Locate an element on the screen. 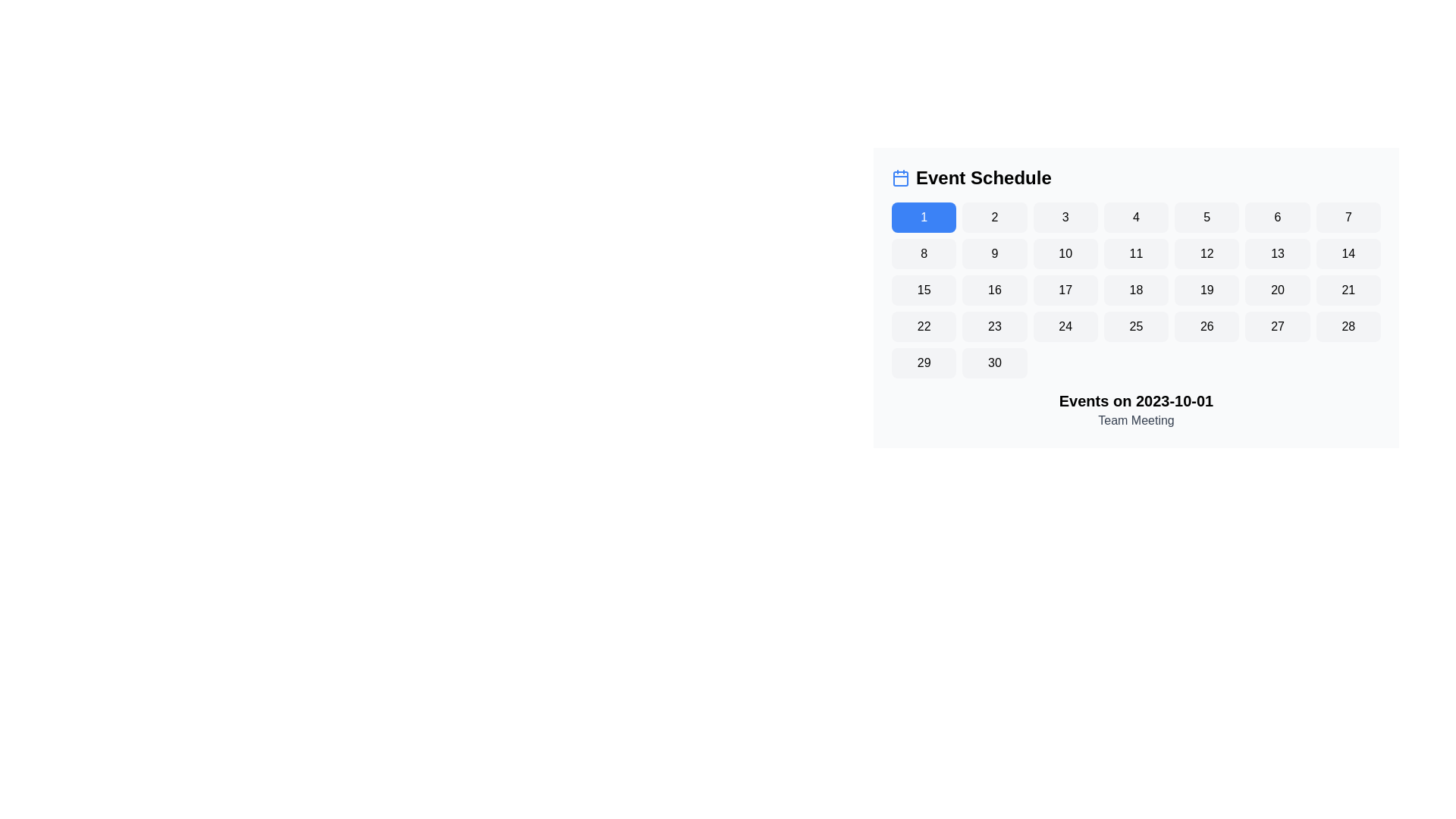 The width and height of the screenshot is (1456, 819). the button representing the date '10' in the calendar view is located at coordinates (1065, 253).